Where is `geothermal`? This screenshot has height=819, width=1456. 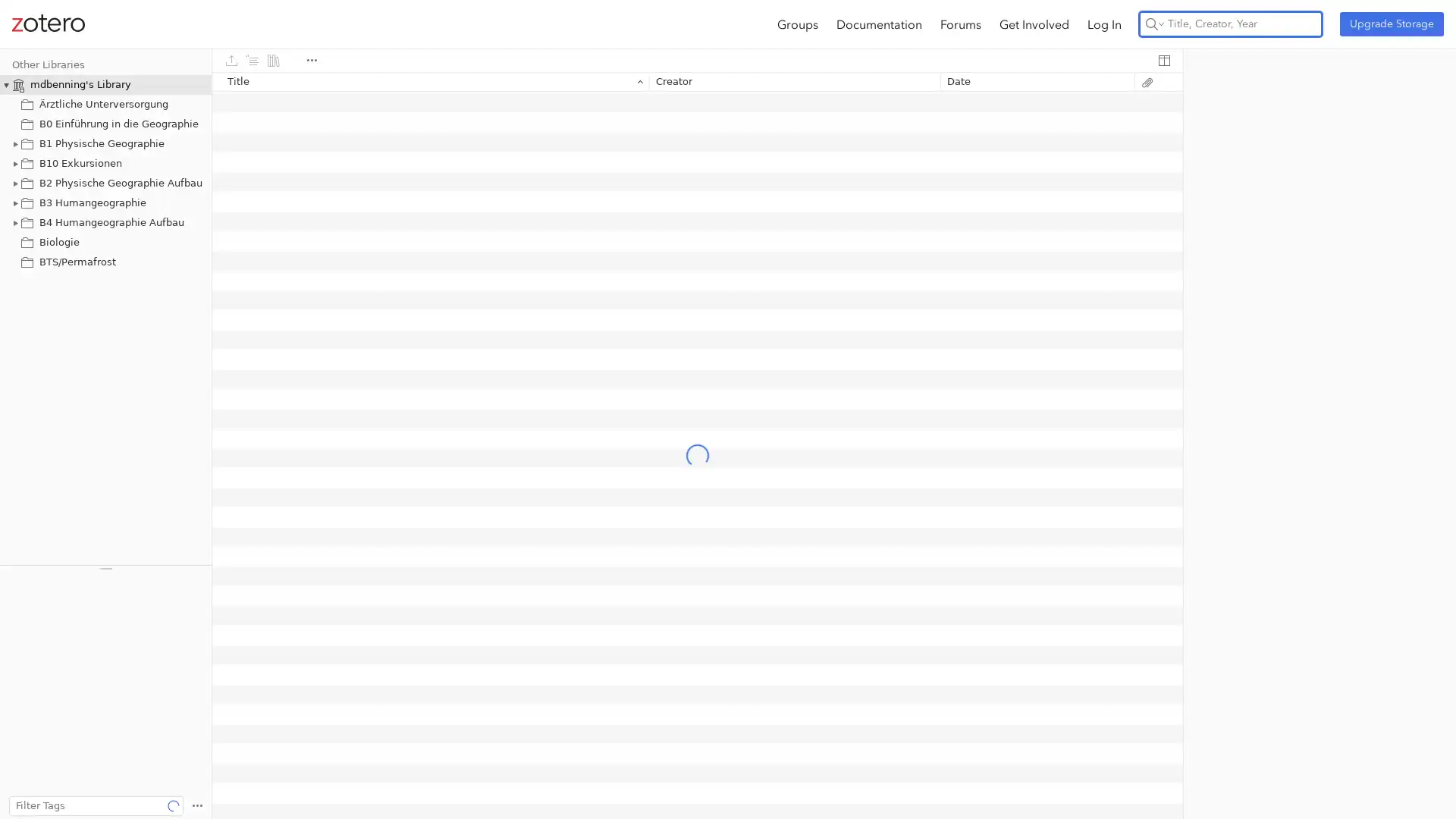 geothermal is located at coordinates (133, 742).